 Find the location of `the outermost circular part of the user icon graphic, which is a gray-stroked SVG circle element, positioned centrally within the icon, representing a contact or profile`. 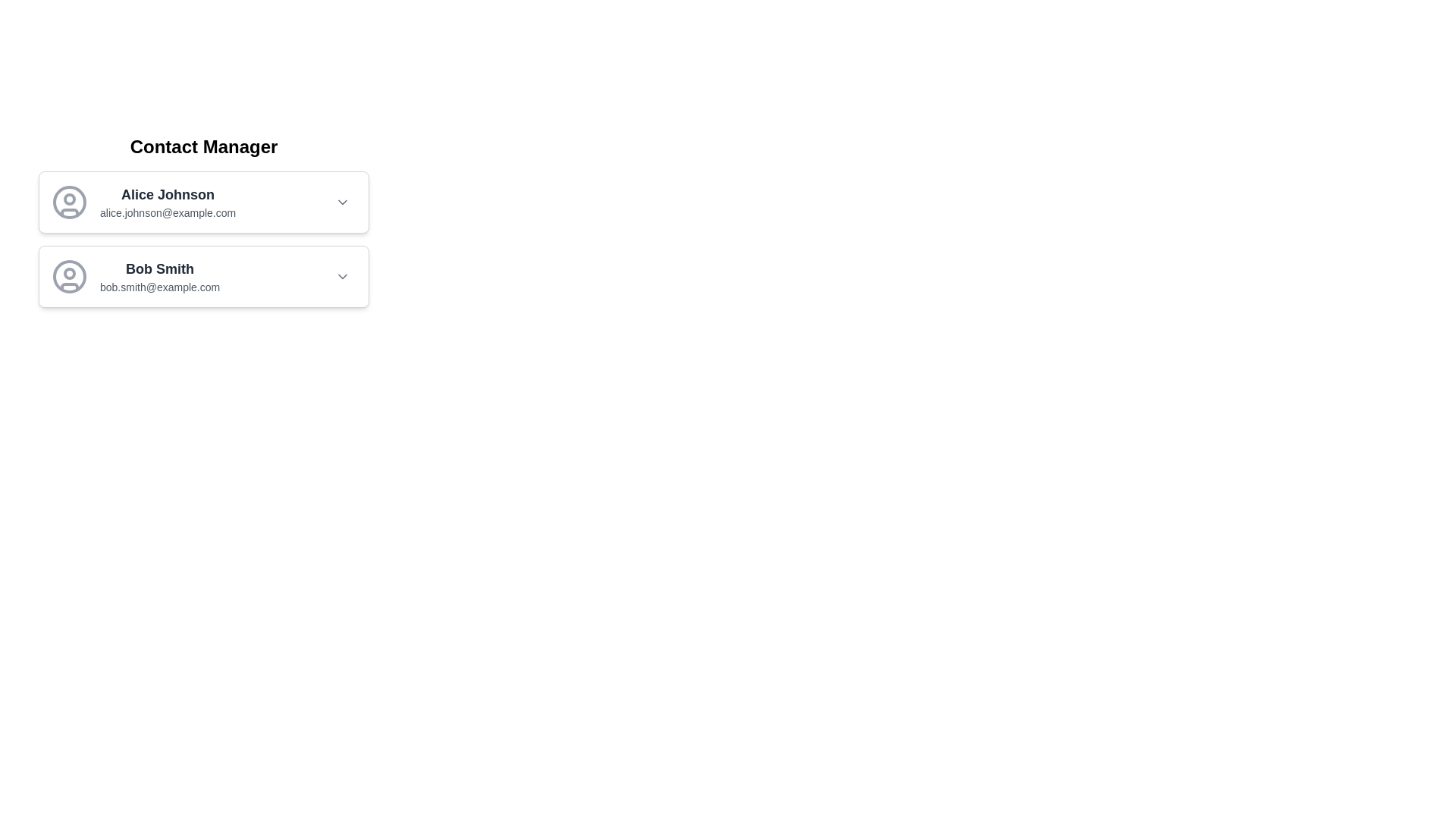

the outermost circular part of the user icon graphic, which is a gray-stroked SVG circle element, positioned centrally within the icon, representing a contact or profile is located at coordinates (68, 201).